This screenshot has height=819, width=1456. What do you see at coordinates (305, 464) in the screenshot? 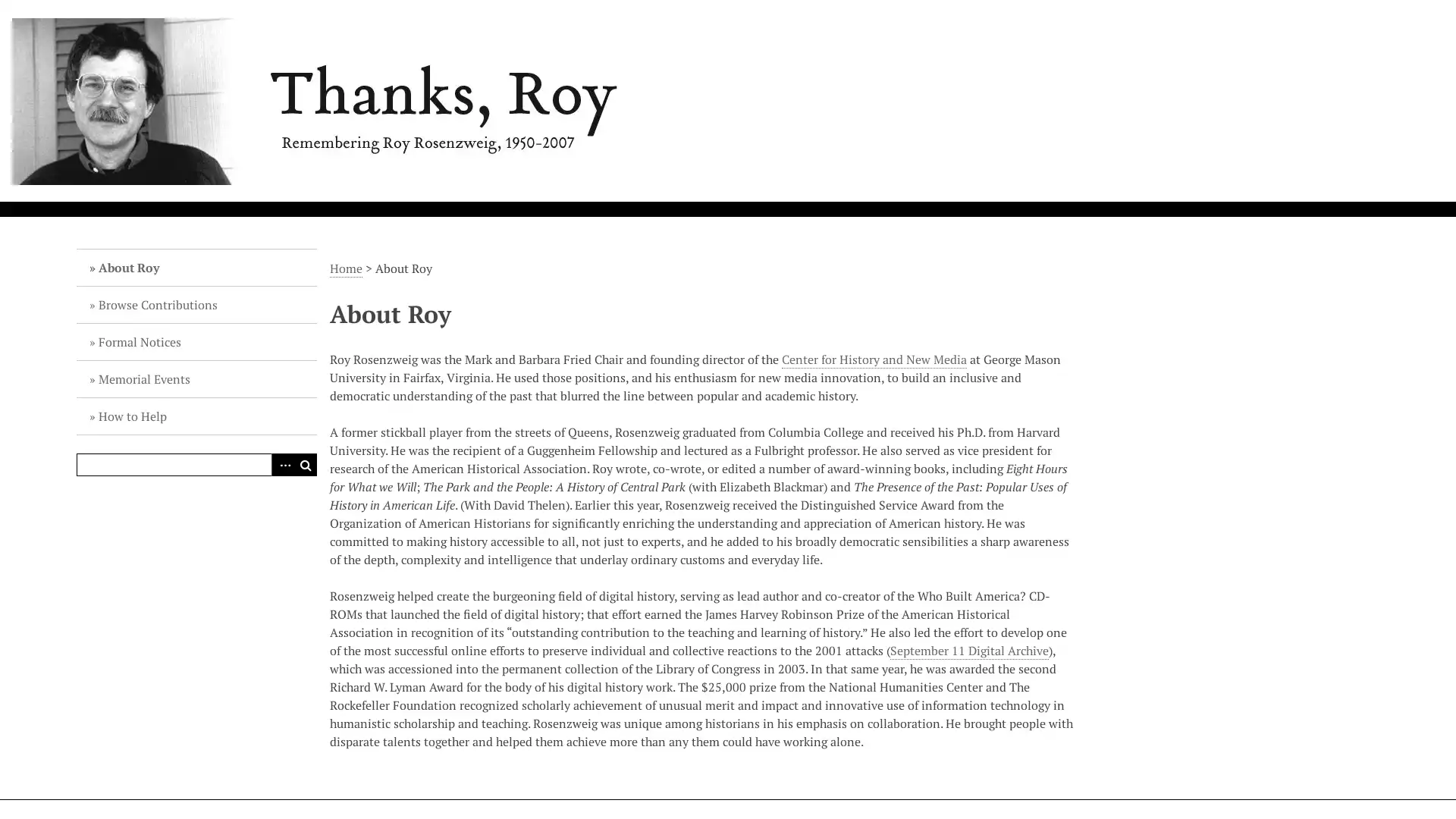
I see `Search` at bounding box center [305, 464].